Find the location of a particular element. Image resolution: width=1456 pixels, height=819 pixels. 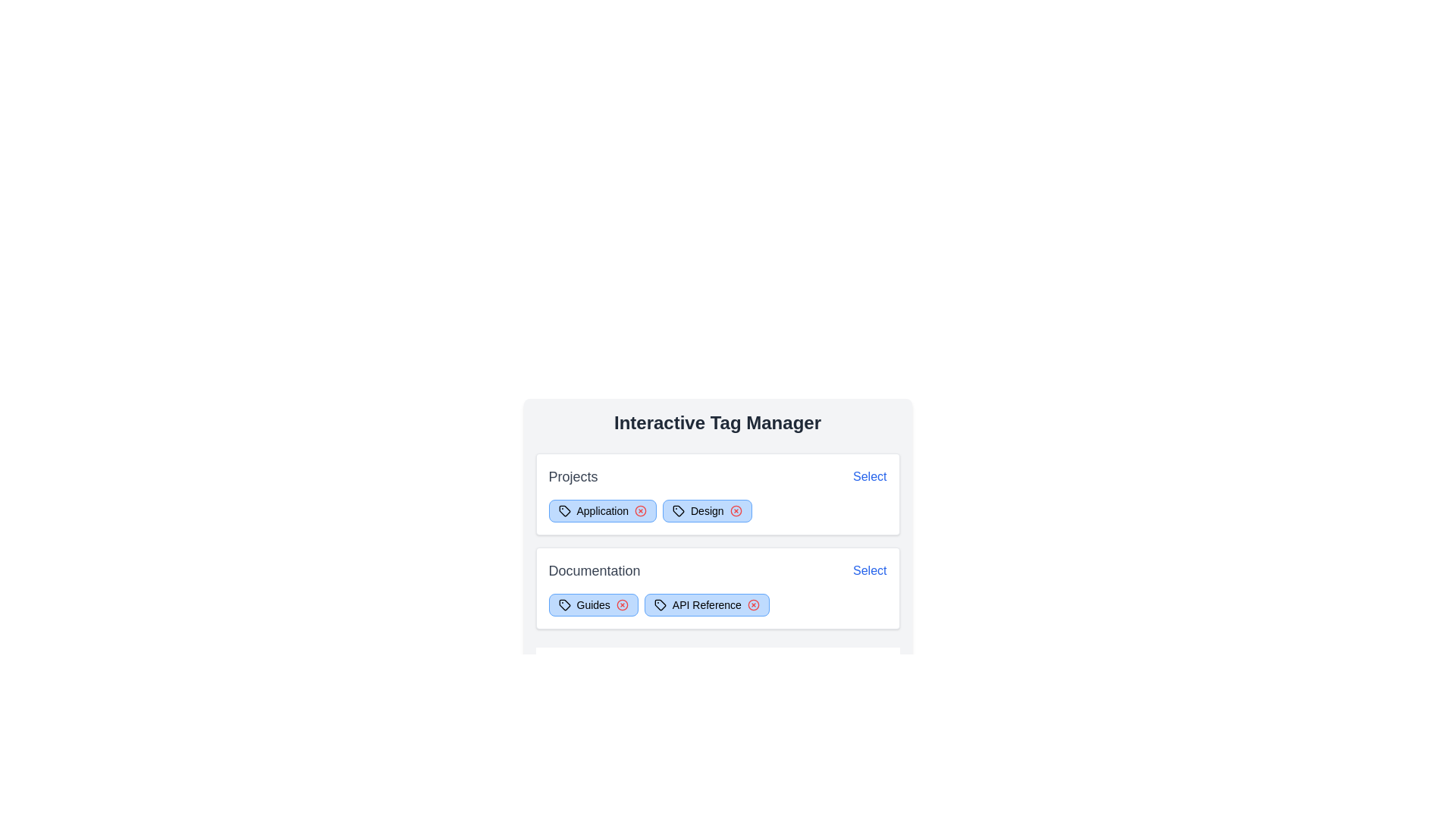

the circle icon representing the interactive button for removing the 'Application' tag from the 'Projects' section, which is located to the right of the text 'Application' is located at coordinates (640, 511).